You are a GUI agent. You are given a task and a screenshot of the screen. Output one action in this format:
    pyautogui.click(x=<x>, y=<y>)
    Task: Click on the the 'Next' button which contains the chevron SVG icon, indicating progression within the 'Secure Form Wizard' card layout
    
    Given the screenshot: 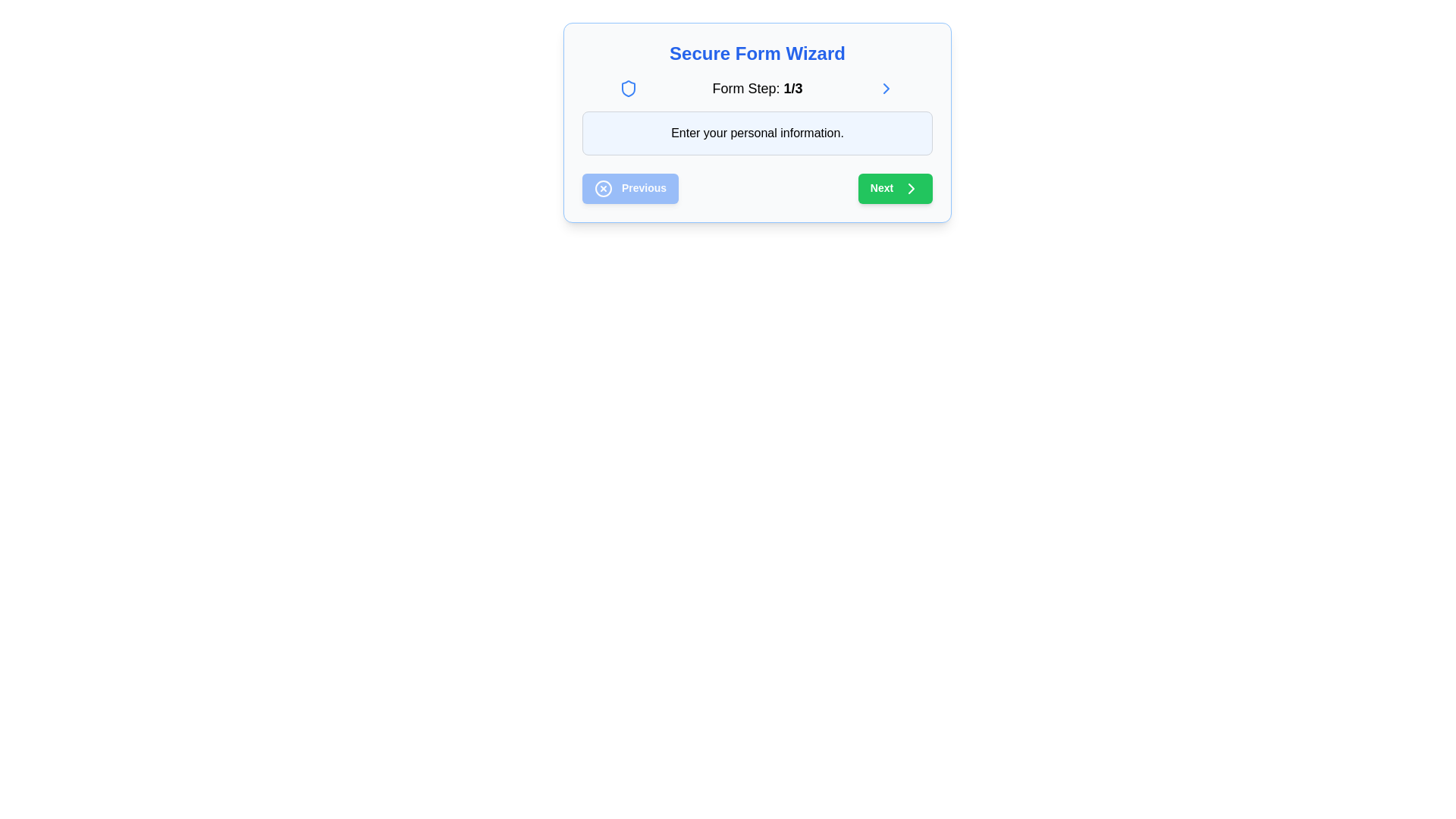 What is the action you would take?
    pyautogui.click(x=910, y=188)
    